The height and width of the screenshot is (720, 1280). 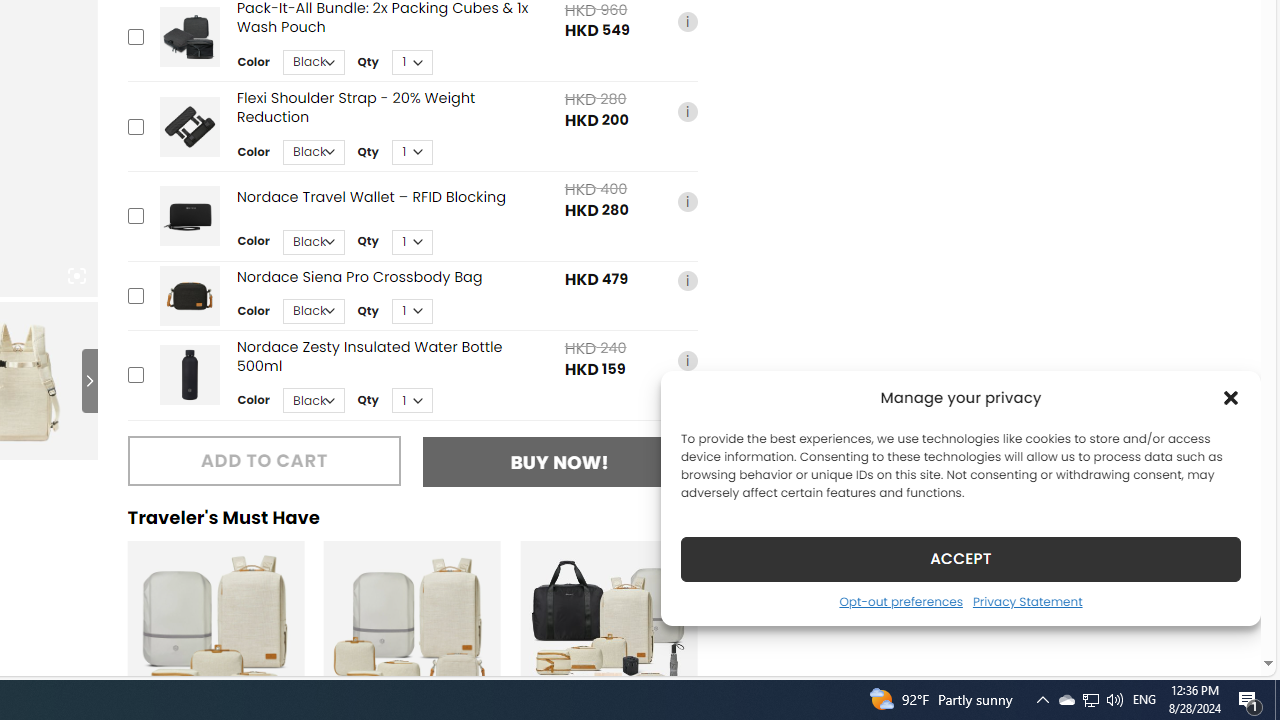 What do you see at coordinates (1230, 397) in the screenshot?
I see `'Class: cmplz-close'` at bounding box center [1230, 397].